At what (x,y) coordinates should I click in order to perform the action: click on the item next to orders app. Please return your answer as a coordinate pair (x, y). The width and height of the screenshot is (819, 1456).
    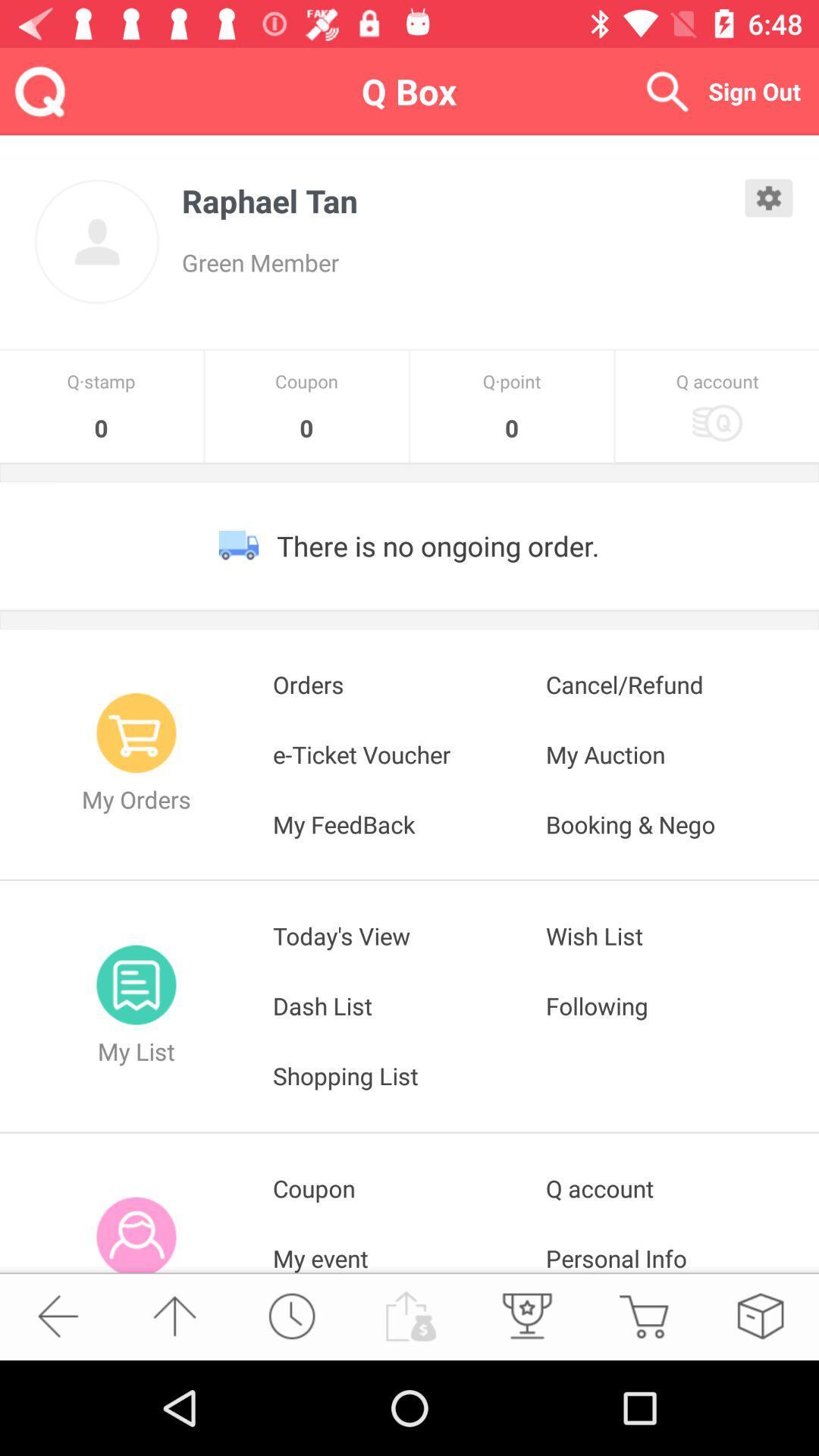
    Looking at the image, I should click on (681, 754).